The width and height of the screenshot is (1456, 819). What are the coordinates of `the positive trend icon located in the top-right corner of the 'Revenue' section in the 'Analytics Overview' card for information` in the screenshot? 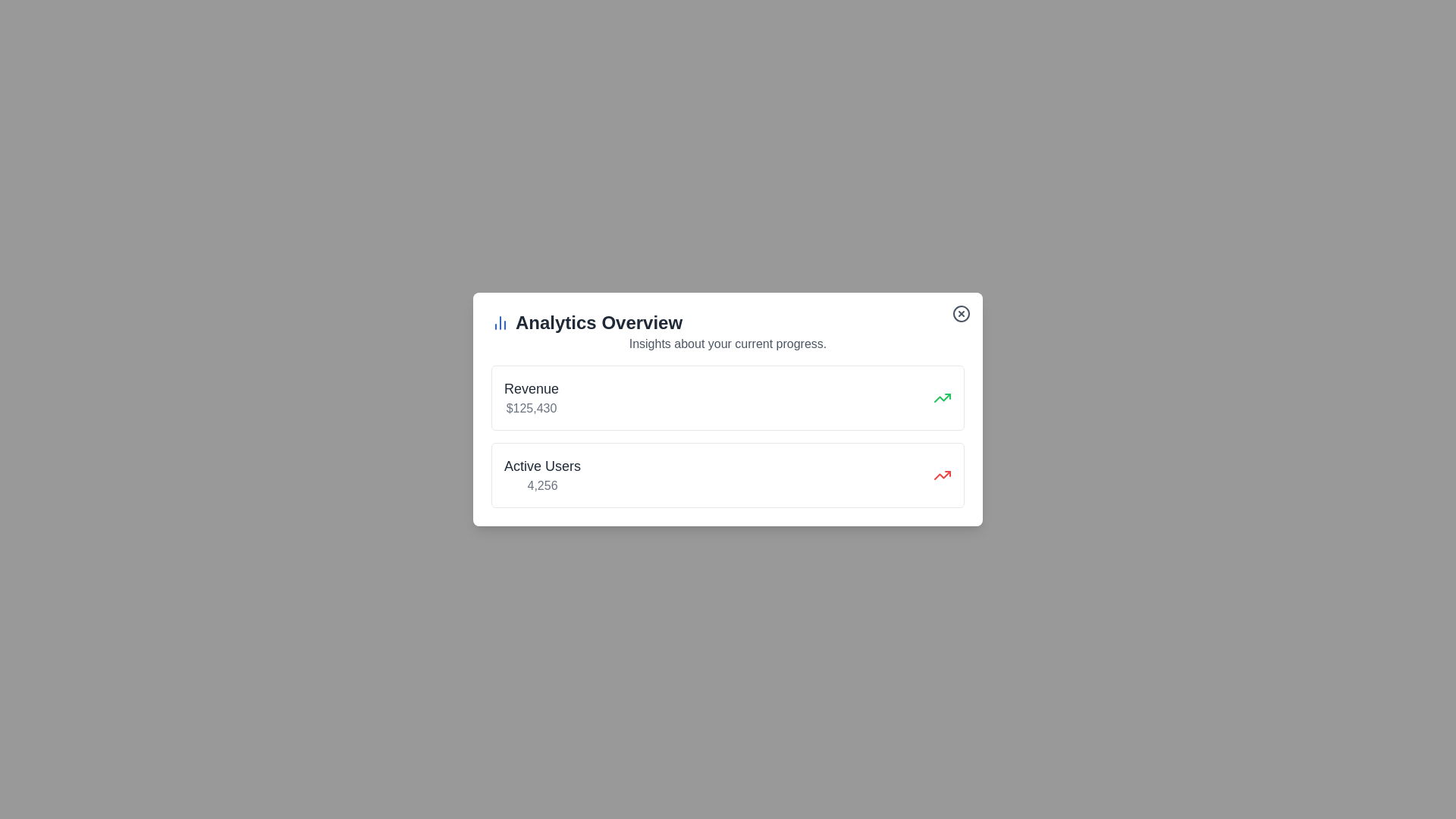 It's located at (942, 397).